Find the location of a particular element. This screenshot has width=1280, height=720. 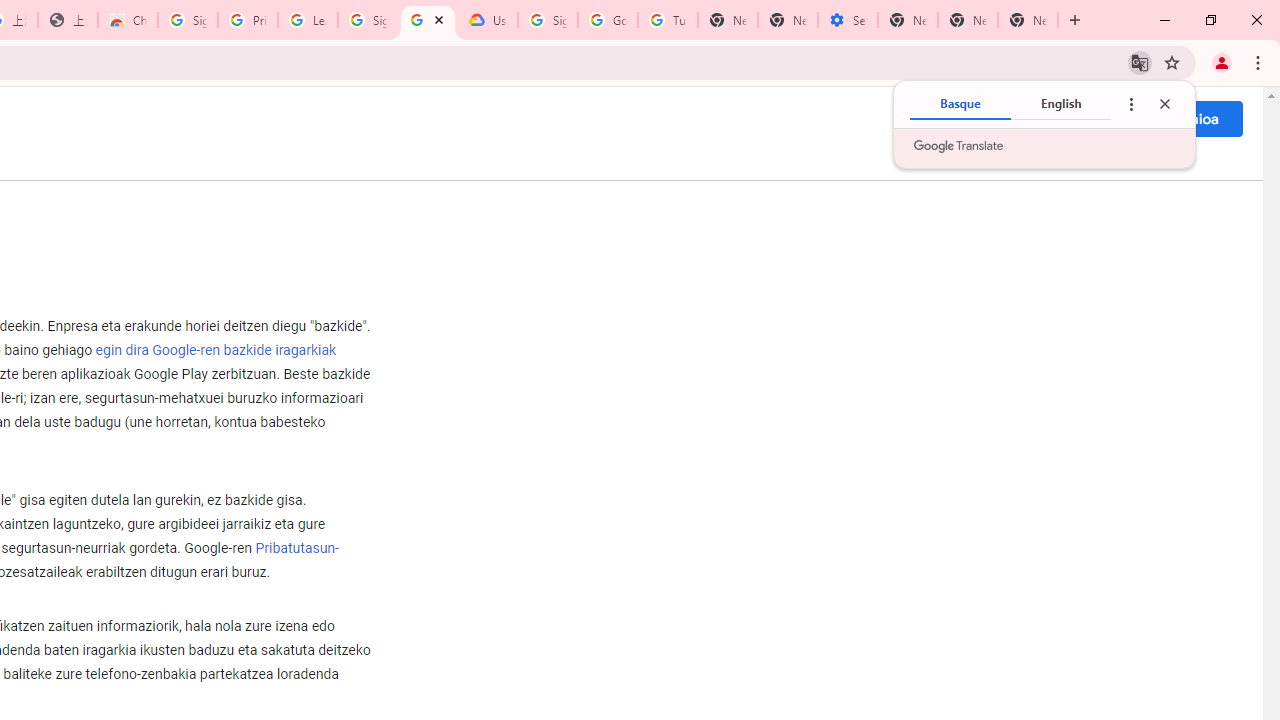

'Basque' is located at coordinates (960, 104).